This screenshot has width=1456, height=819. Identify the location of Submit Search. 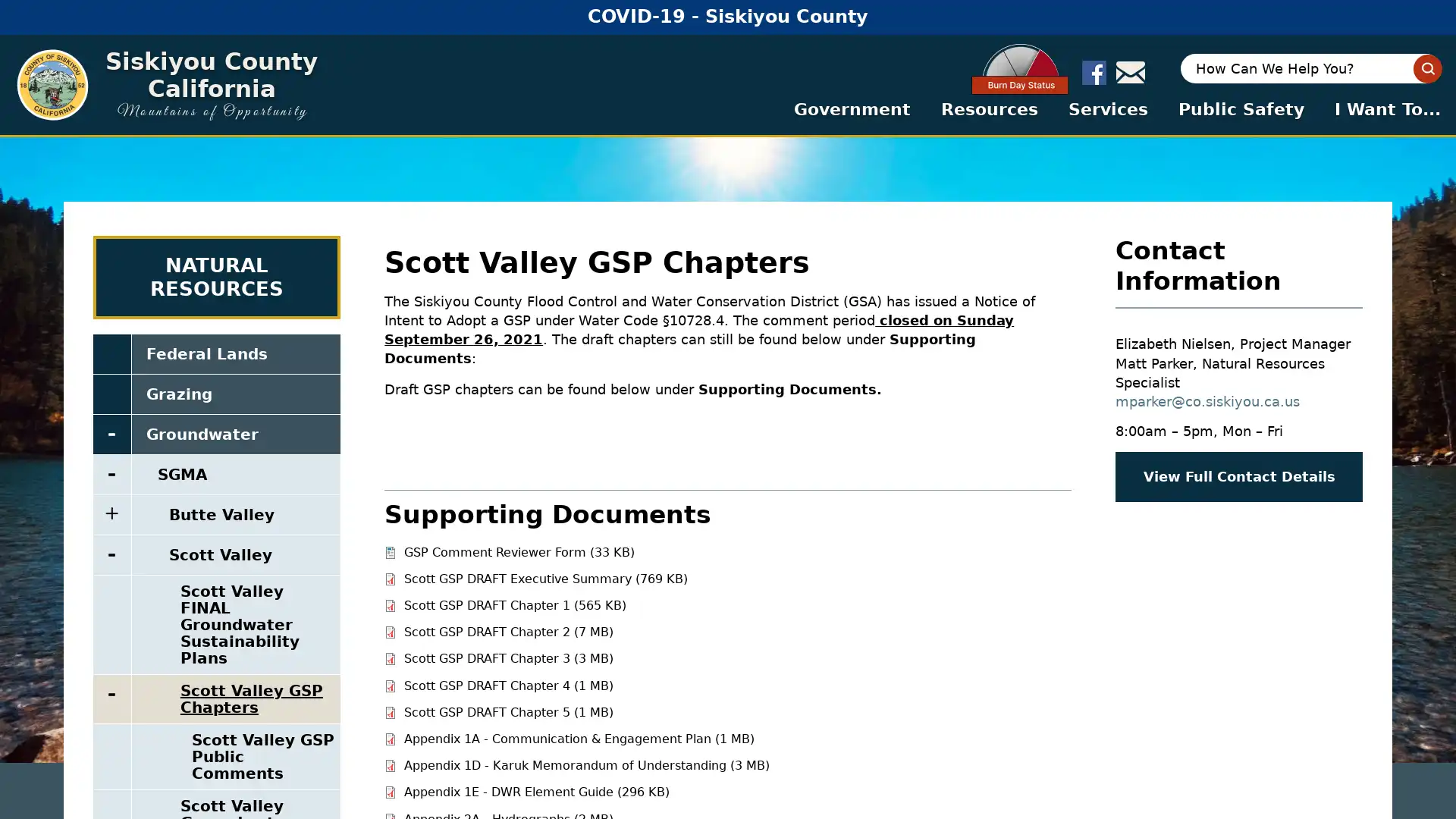
(1426, 68).